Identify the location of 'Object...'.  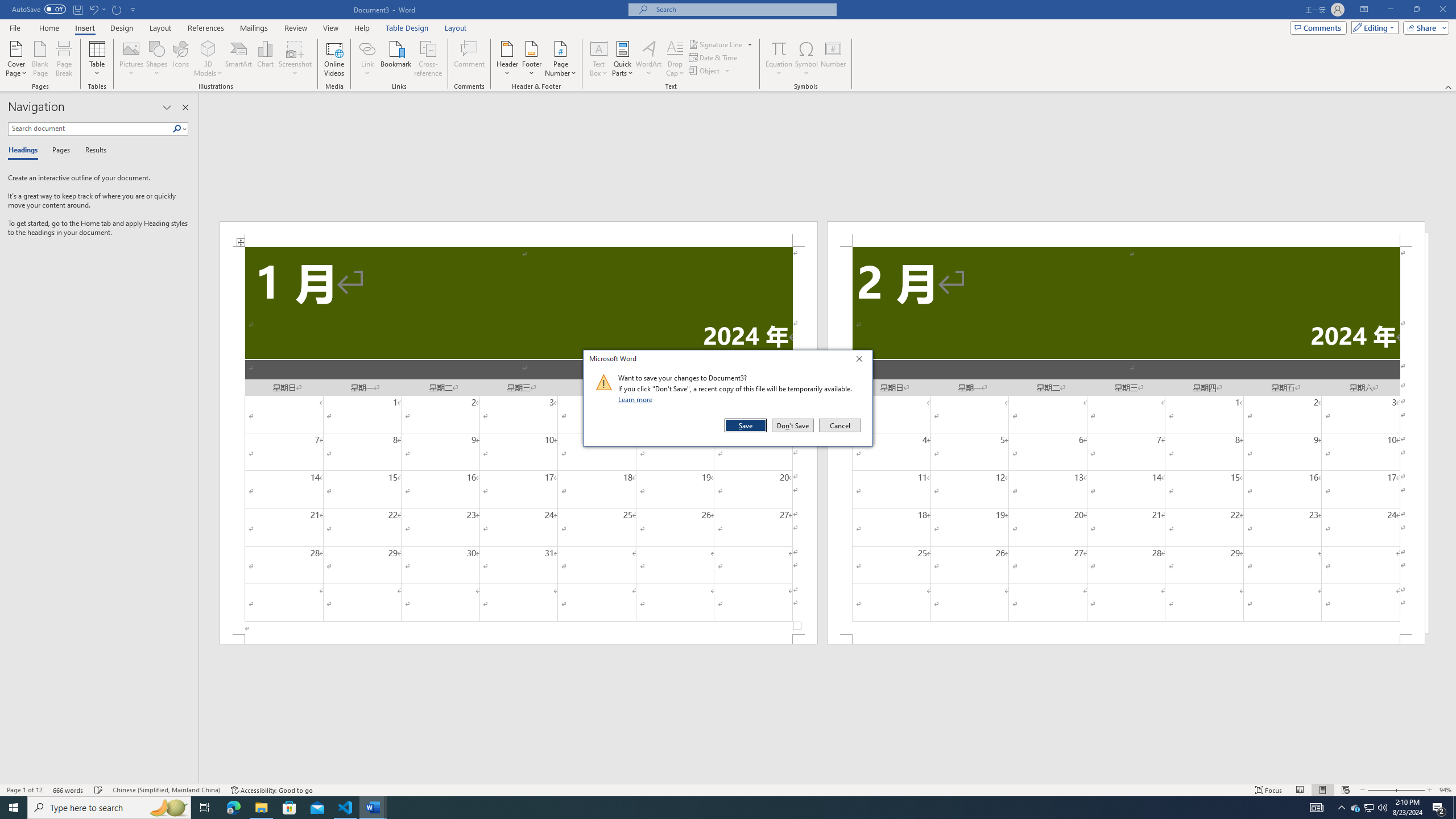
(709, 69).